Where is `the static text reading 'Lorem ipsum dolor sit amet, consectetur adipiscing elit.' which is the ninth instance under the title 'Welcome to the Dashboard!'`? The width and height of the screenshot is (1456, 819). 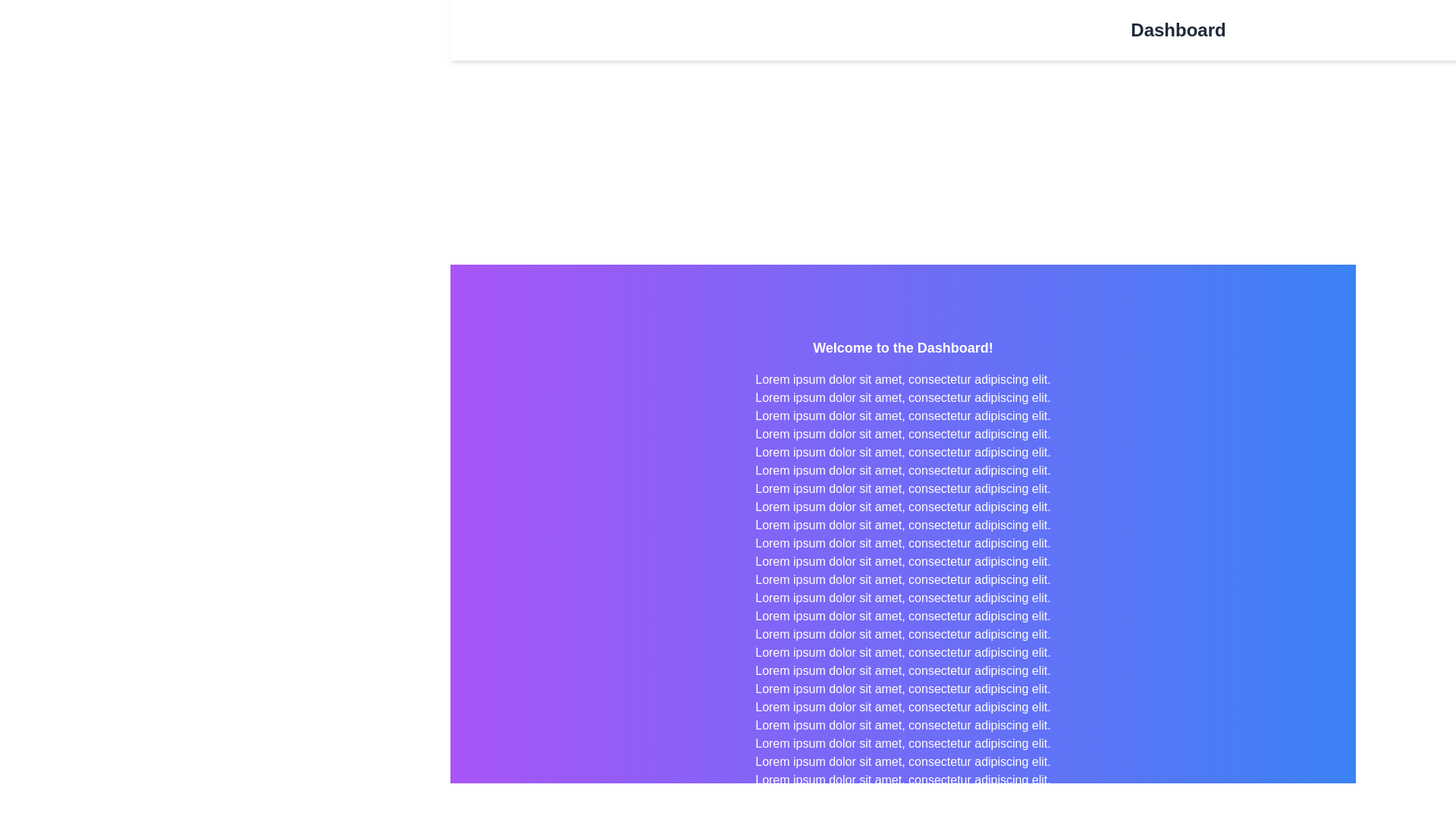
the static text reading 'Lorem ipsum dolor sit amet, consectetur adipiscing elit.' which is the ninth instance under the title 'Welcome to the Dashboard!' is located at coordinates (902, 525).